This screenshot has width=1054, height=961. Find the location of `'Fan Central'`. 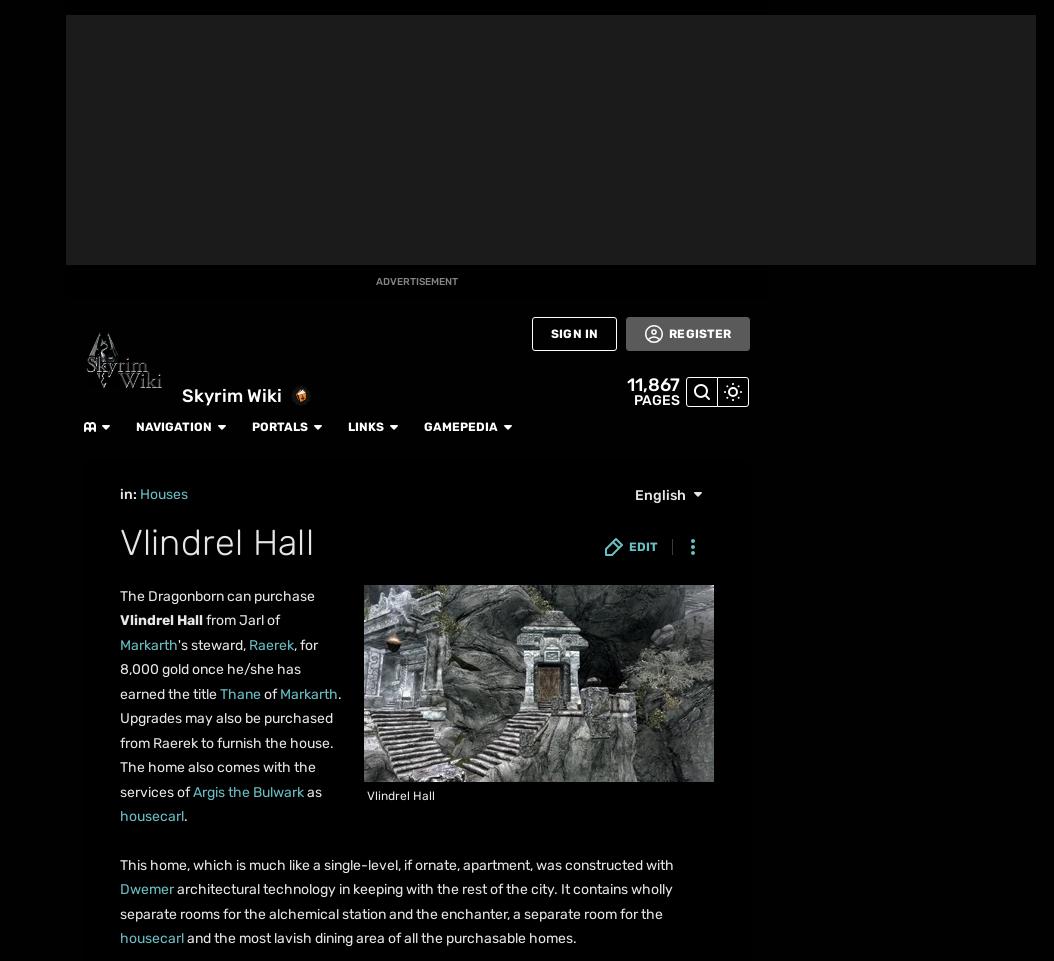

'Fan Central' is located at coordinates (10, 192).